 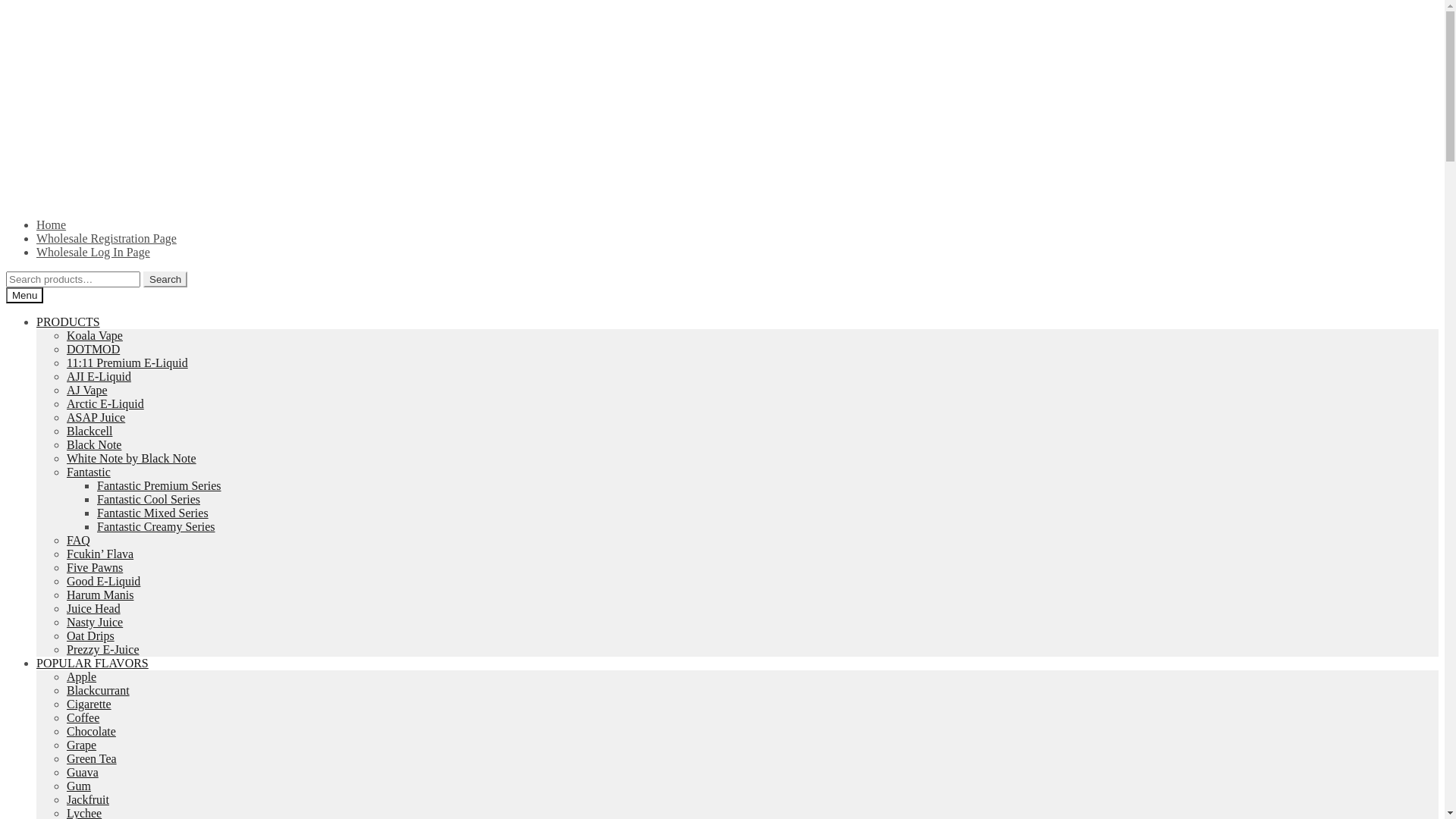 What do you see at coordinates (65, 744) in the screenshot?
I see `'Grape'` at bounding box center [65, 744].